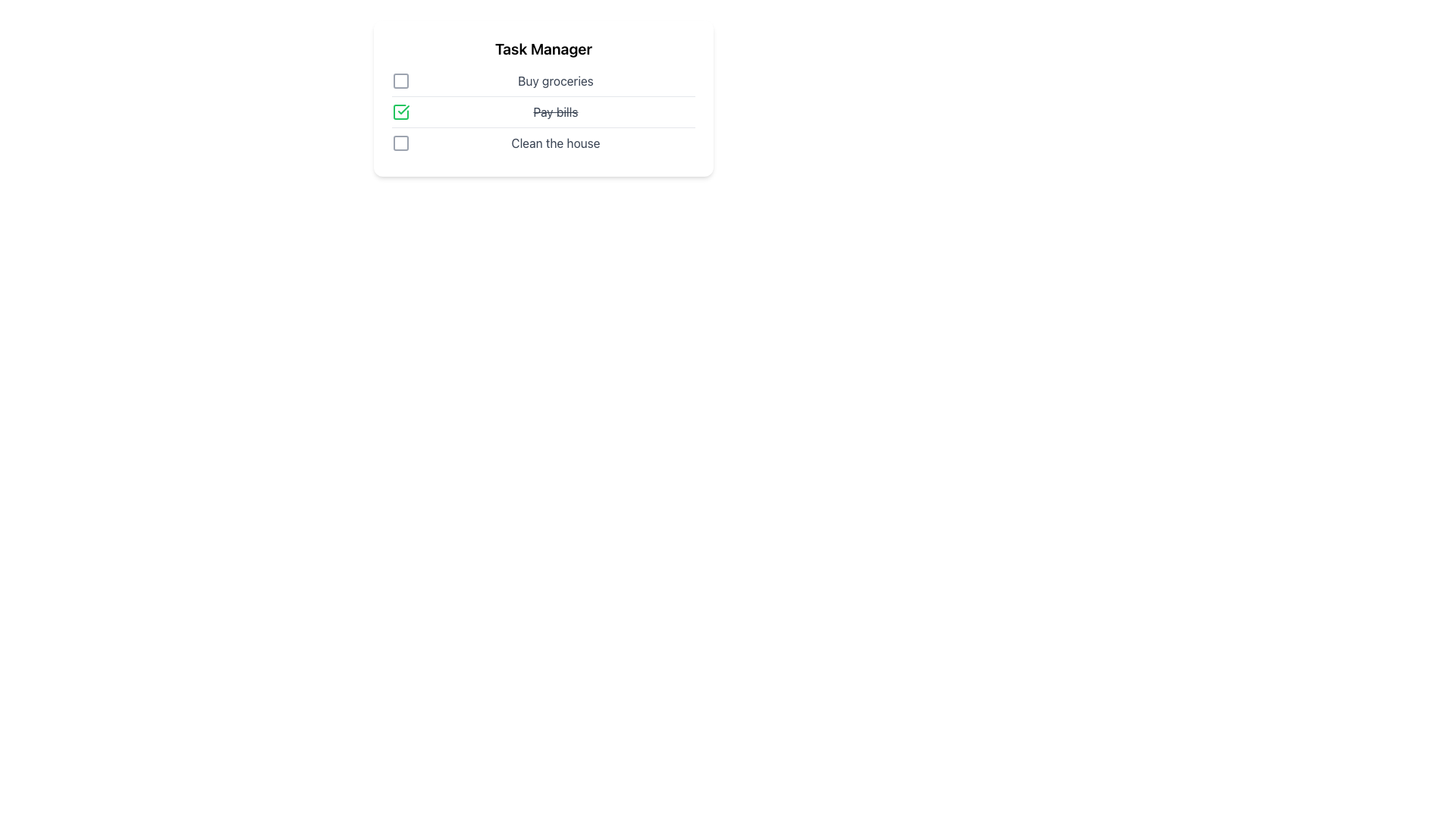  What do you see at coordinates (543, 114) in the screenshot?
I see `the 'Pay bills' task item` at bounding box center [543, 114].